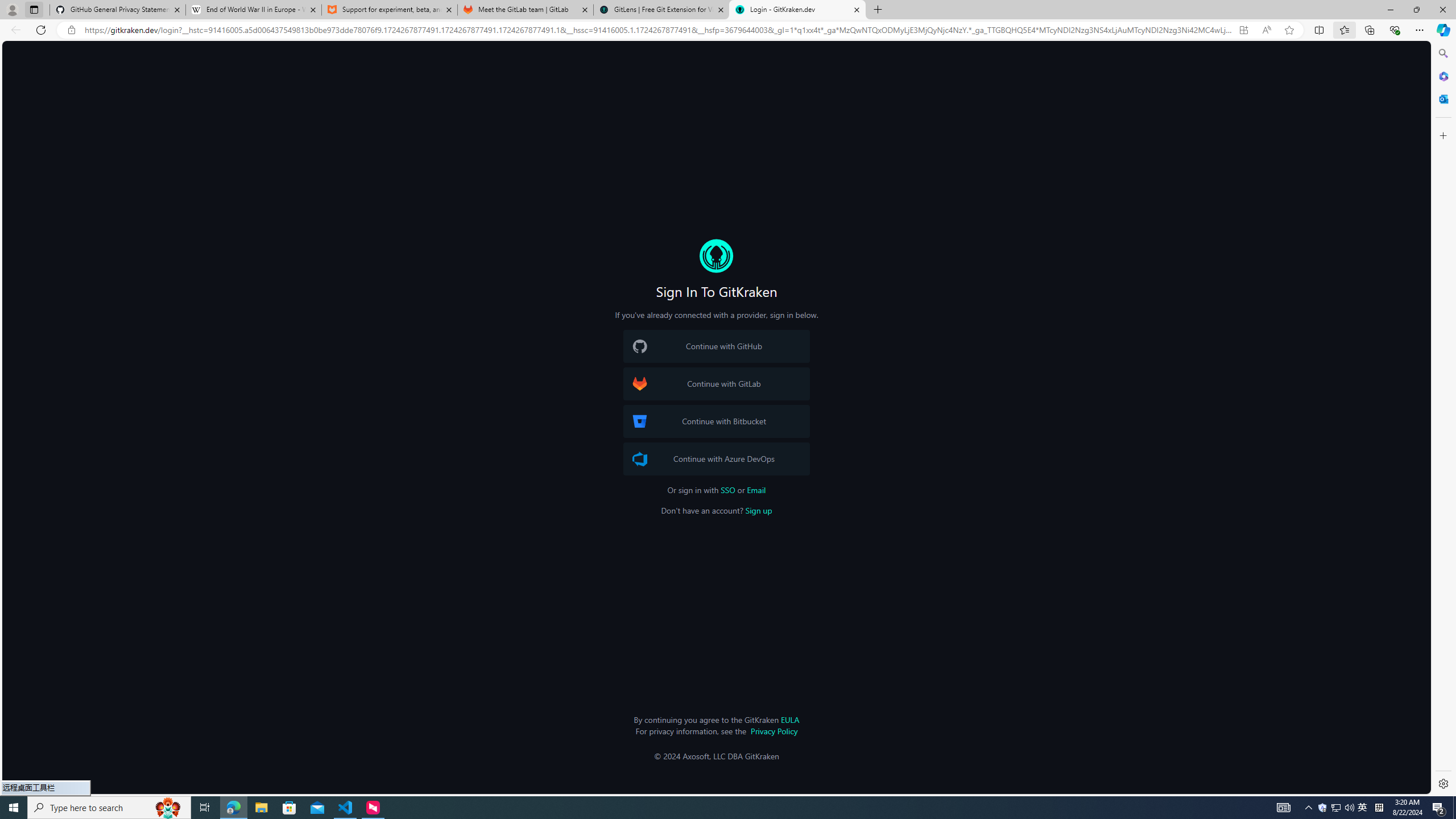 The height and width of the screenshot is (819, 1456). I want to click on 'EULA', so click(789, 719).